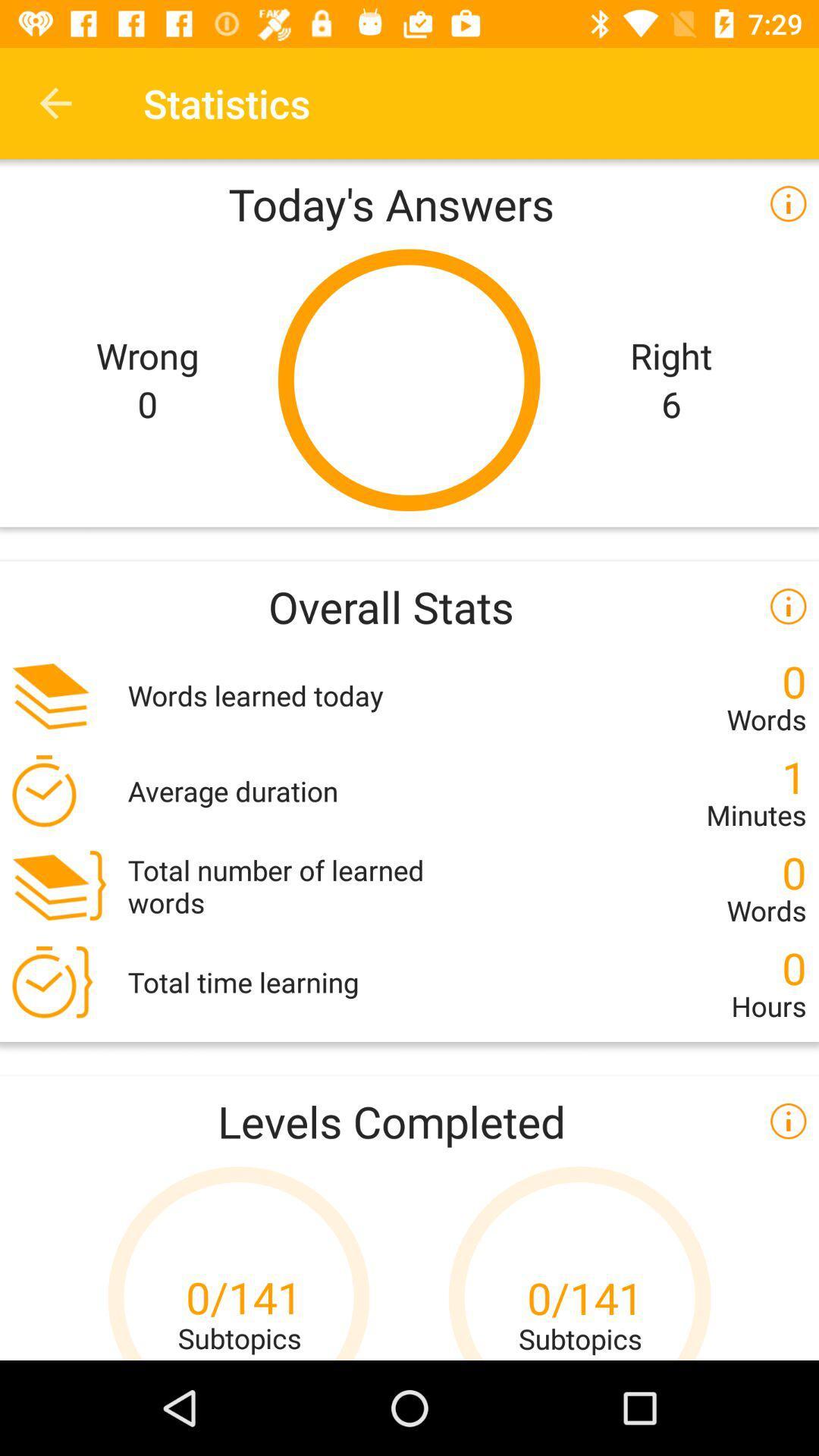 This screenshot has width=819, height=1456. I want to click on the icon to the left of statistics, so click(55, 102).